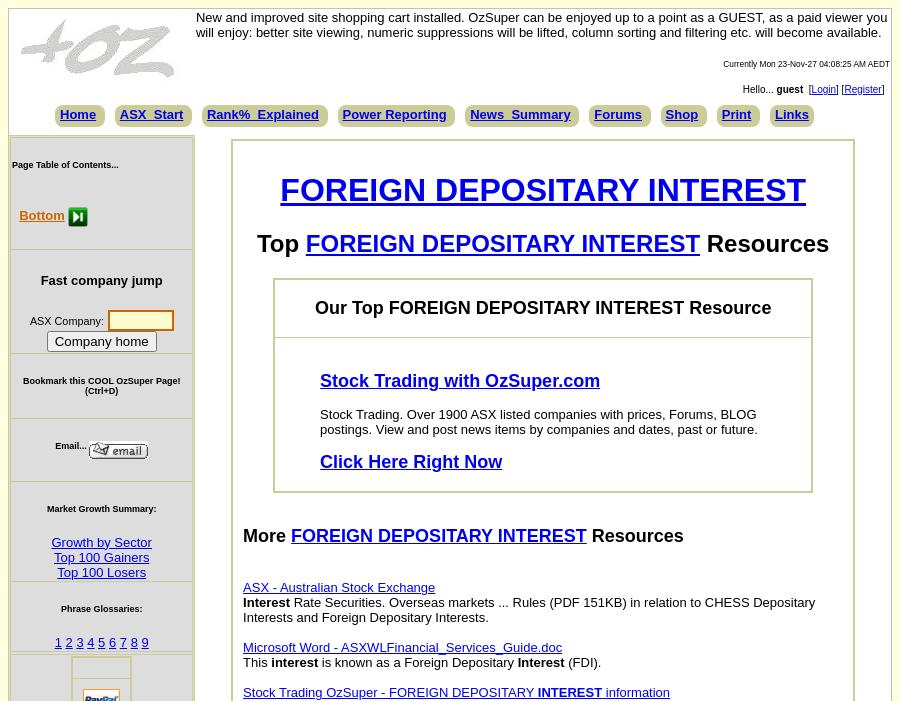  What do you see at coordinates (110, 641) in the screenshot?
I see `'6'` at bounding box center [110, 641].